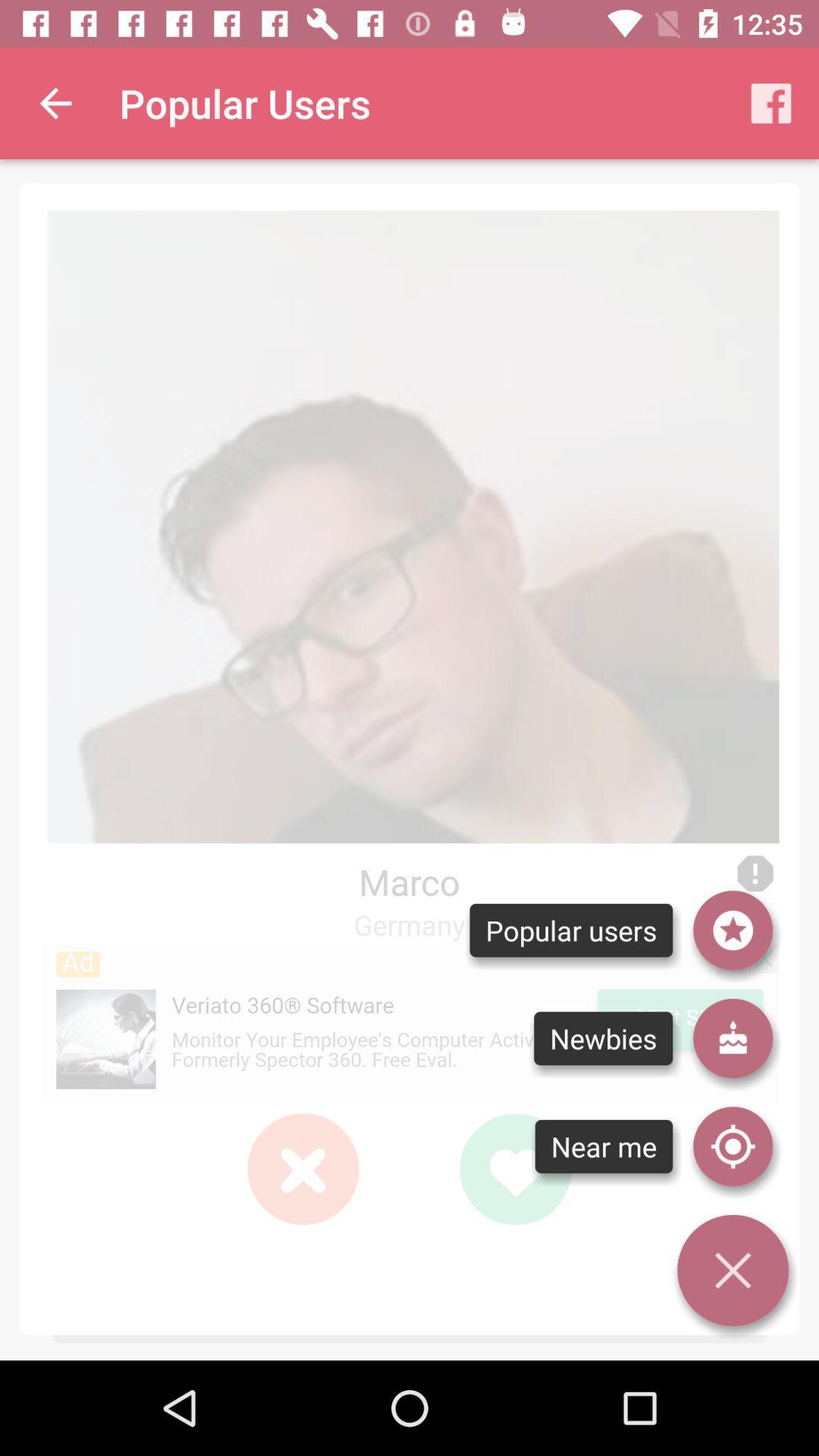 The height and width of the screenshot is (1456, 819). What do you see at coordinates (303, 1168) in the screenshot?
I see `the close icon` at bounding box center [303, 1168].